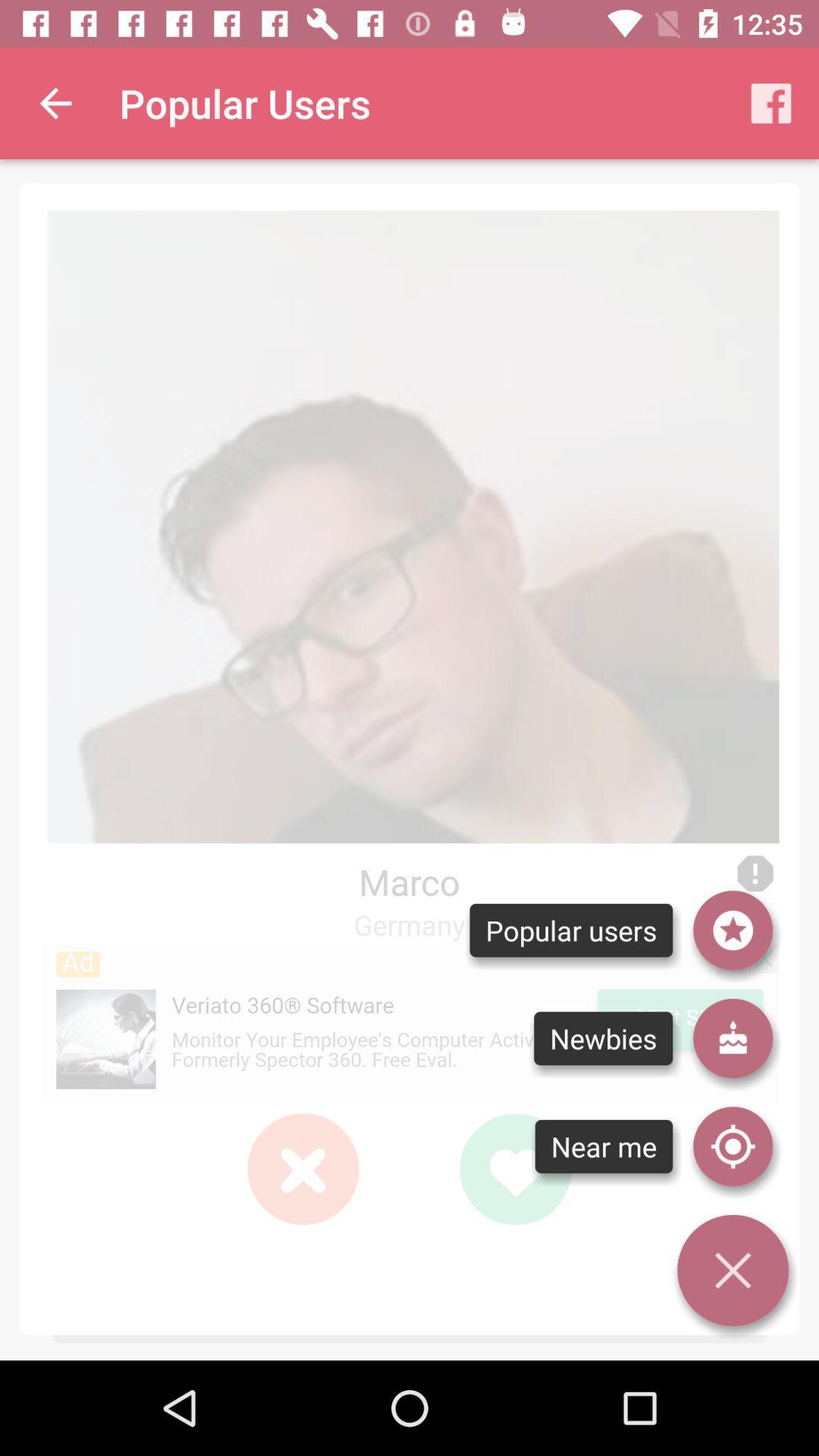 The height and width of the screenshot is (1456, 819). What do you see at coordinates (303, 1168) in the screenshot?
I see `the close icon` at bounding box center [303, 1168].